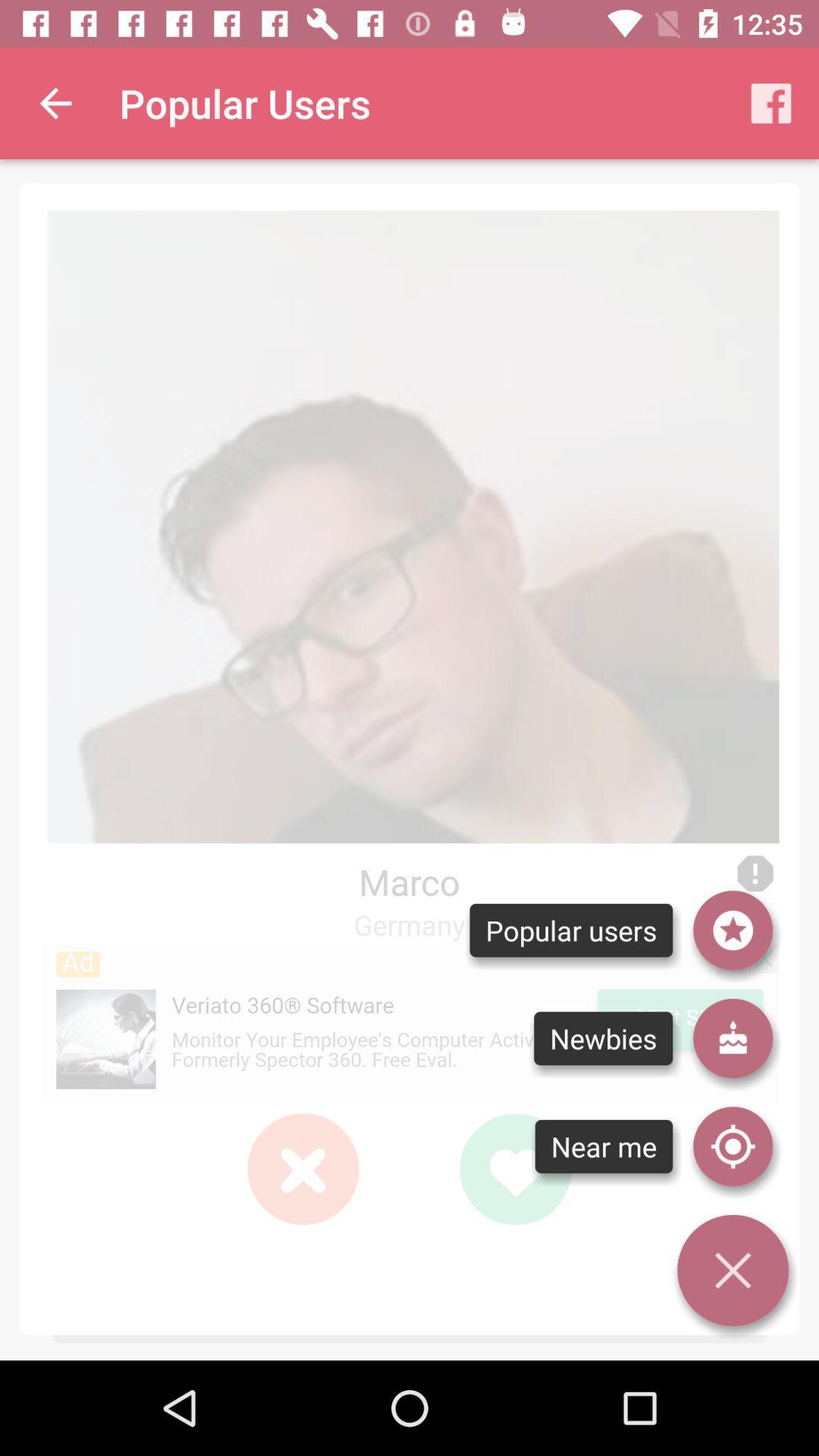 The height and width of the screenshot is (1456, 819). What do you see at coordinates (303, 1168) in the screenshot?
I see `the close icon` at bounding box center [303, 1168].